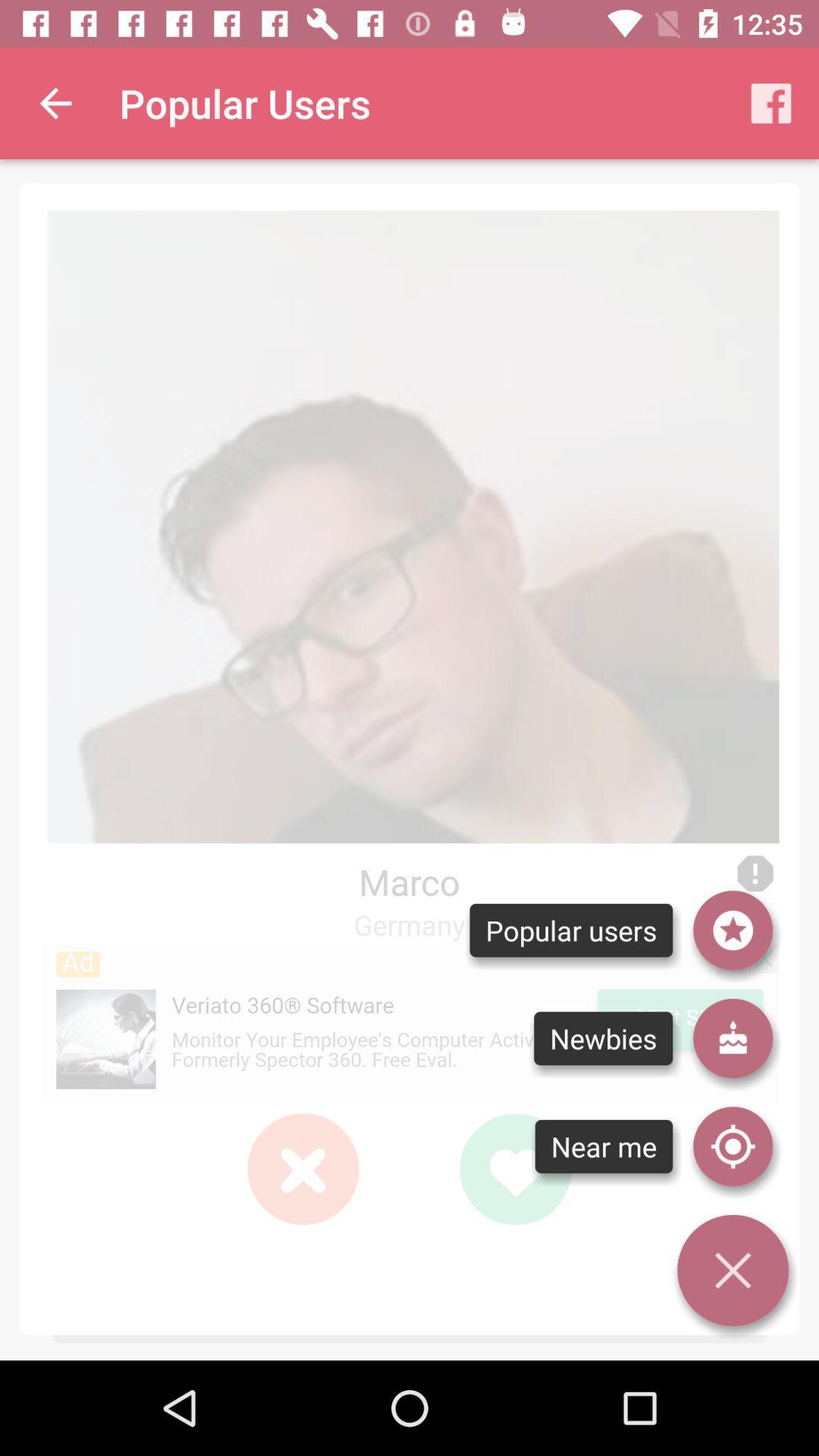 The height and width of the screenshot is (1456, 819). What do you see at coordinates (303, 1168) in the screenshot?
I see `the close icon` at bounding box center [303, 1168].